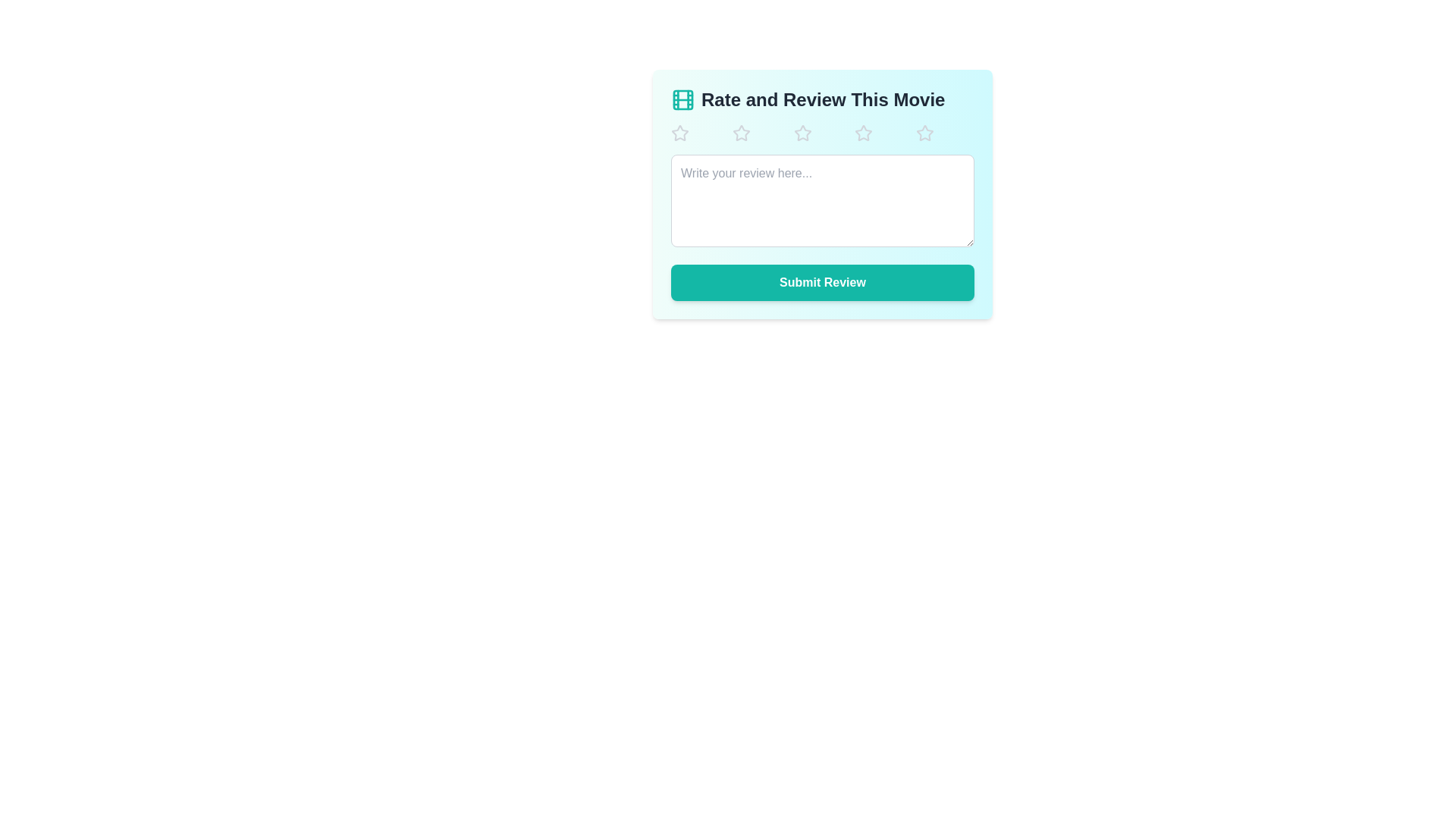 The image size is (1456, 819). What do you see at coordinates (698, 133) in the screenshot?
I see `the star corresponding to 1 to set the movie rating` at bounding box center [698, 133].